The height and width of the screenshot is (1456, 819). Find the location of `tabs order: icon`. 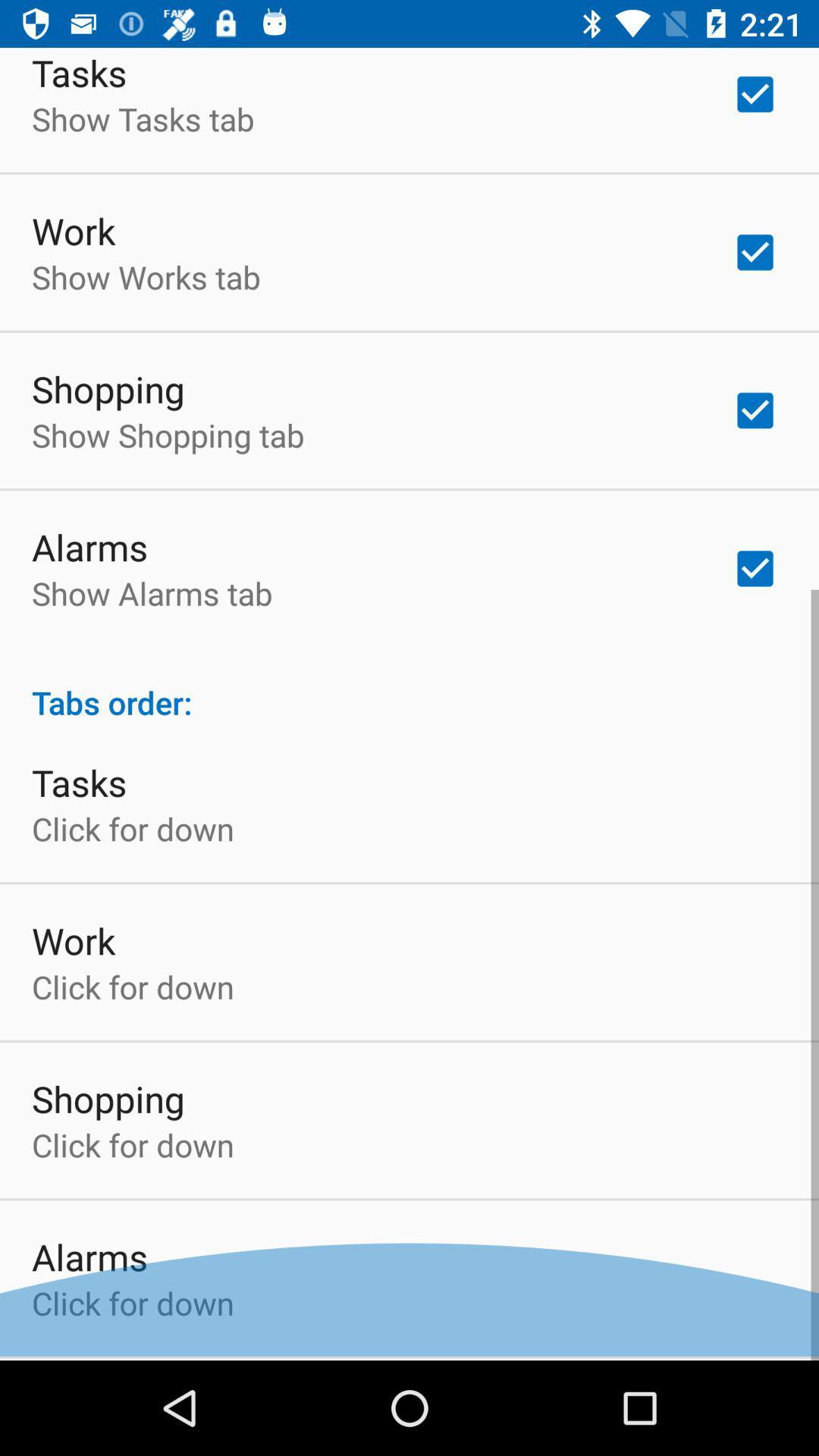

tabs order: icon is located at coordinates (409, 689).